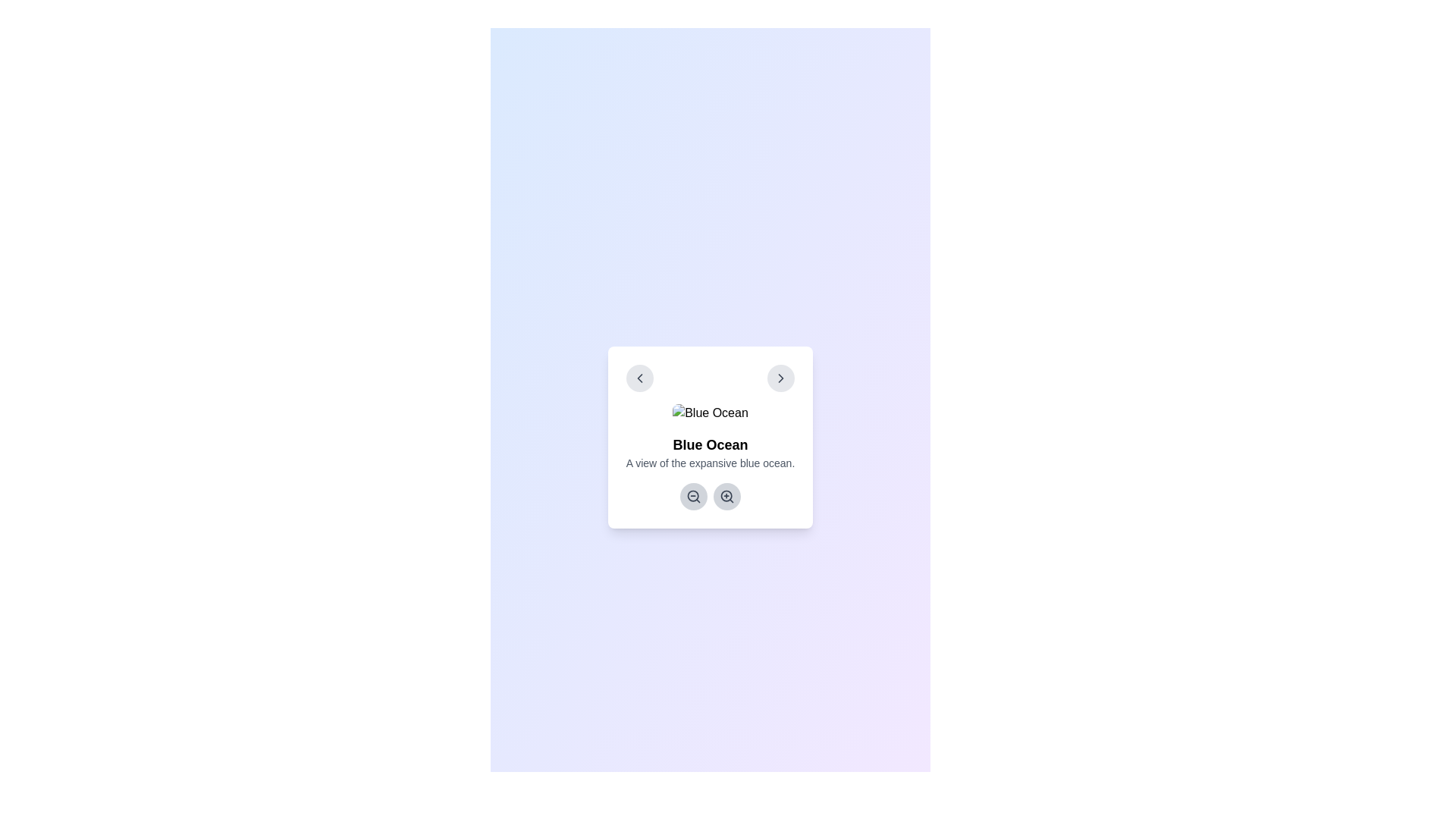 The height and width of the screenshot is (819, 1456). I want to click on the decorative circle element that forms the lens of the magnifying glass icon, which visually signifies the zoom-in action, so click(726, 496).